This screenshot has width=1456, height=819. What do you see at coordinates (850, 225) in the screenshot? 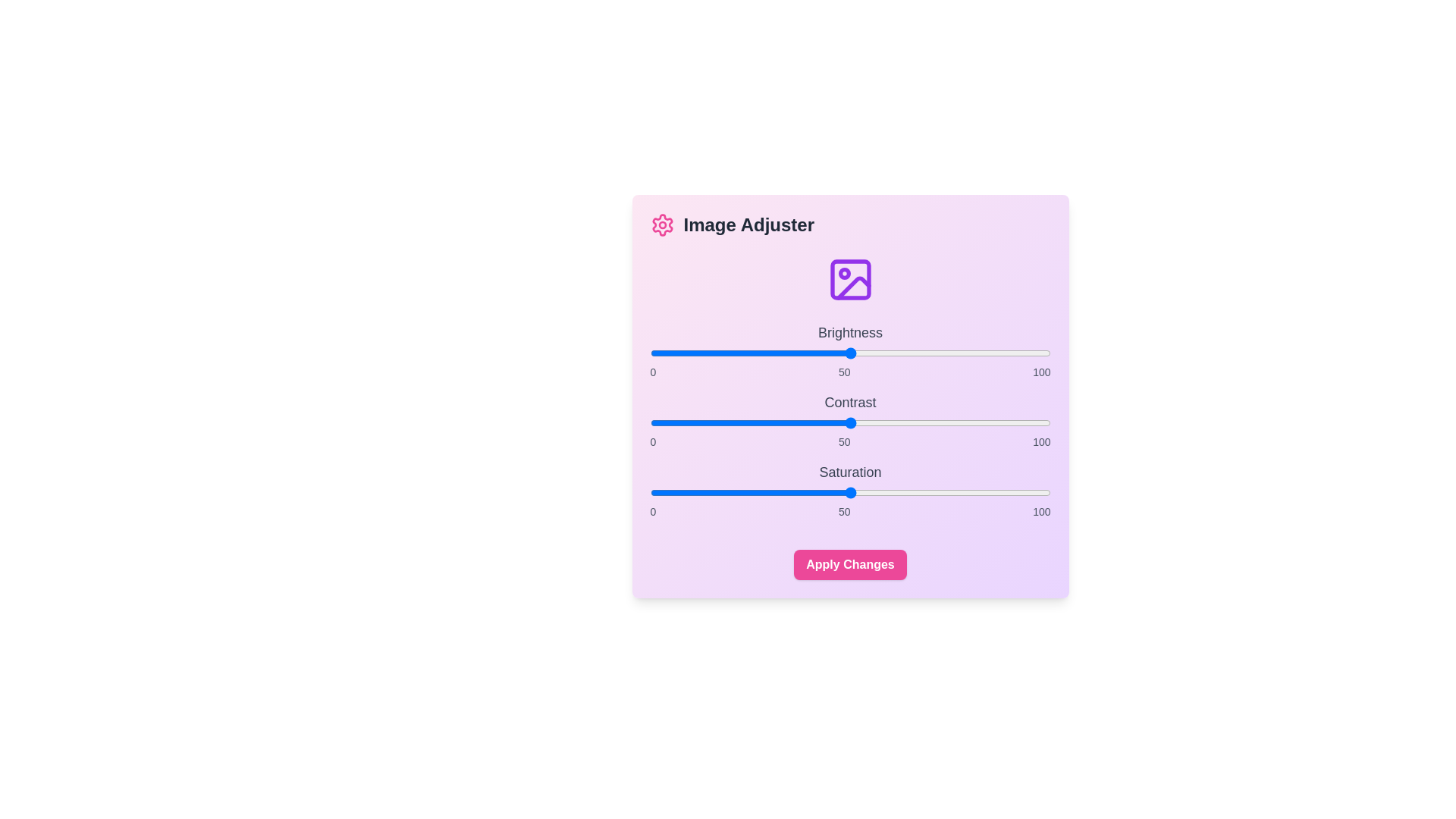
I see `the title text 'Image Adjuster'` at bounding box center [850, 225].